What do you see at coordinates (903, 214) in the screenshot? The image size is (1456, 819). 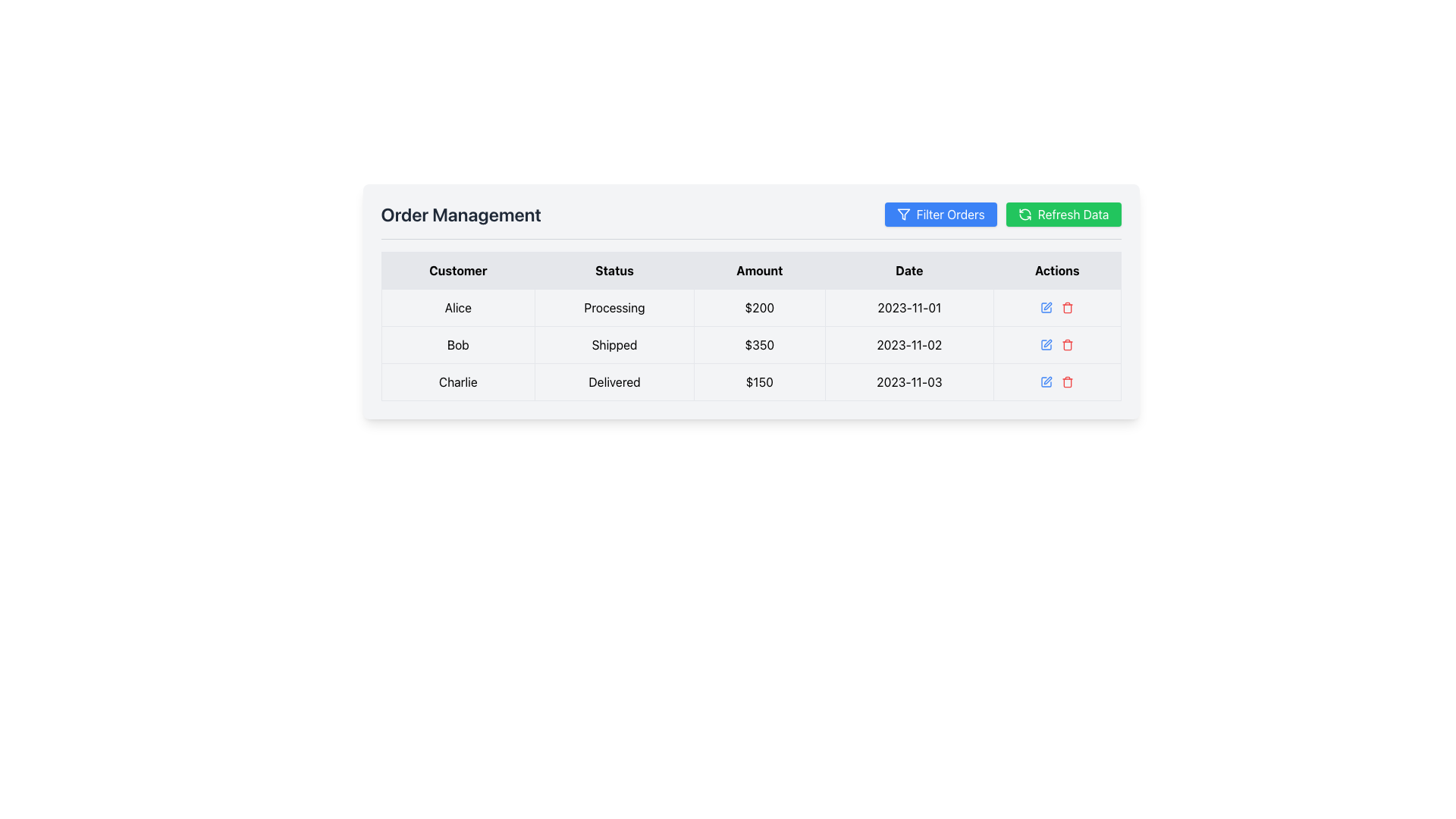 I see `the 'filter' icon associated with the 'Filter Orders' button, located at the top-right above the data table` at bounding box center [903, 214].